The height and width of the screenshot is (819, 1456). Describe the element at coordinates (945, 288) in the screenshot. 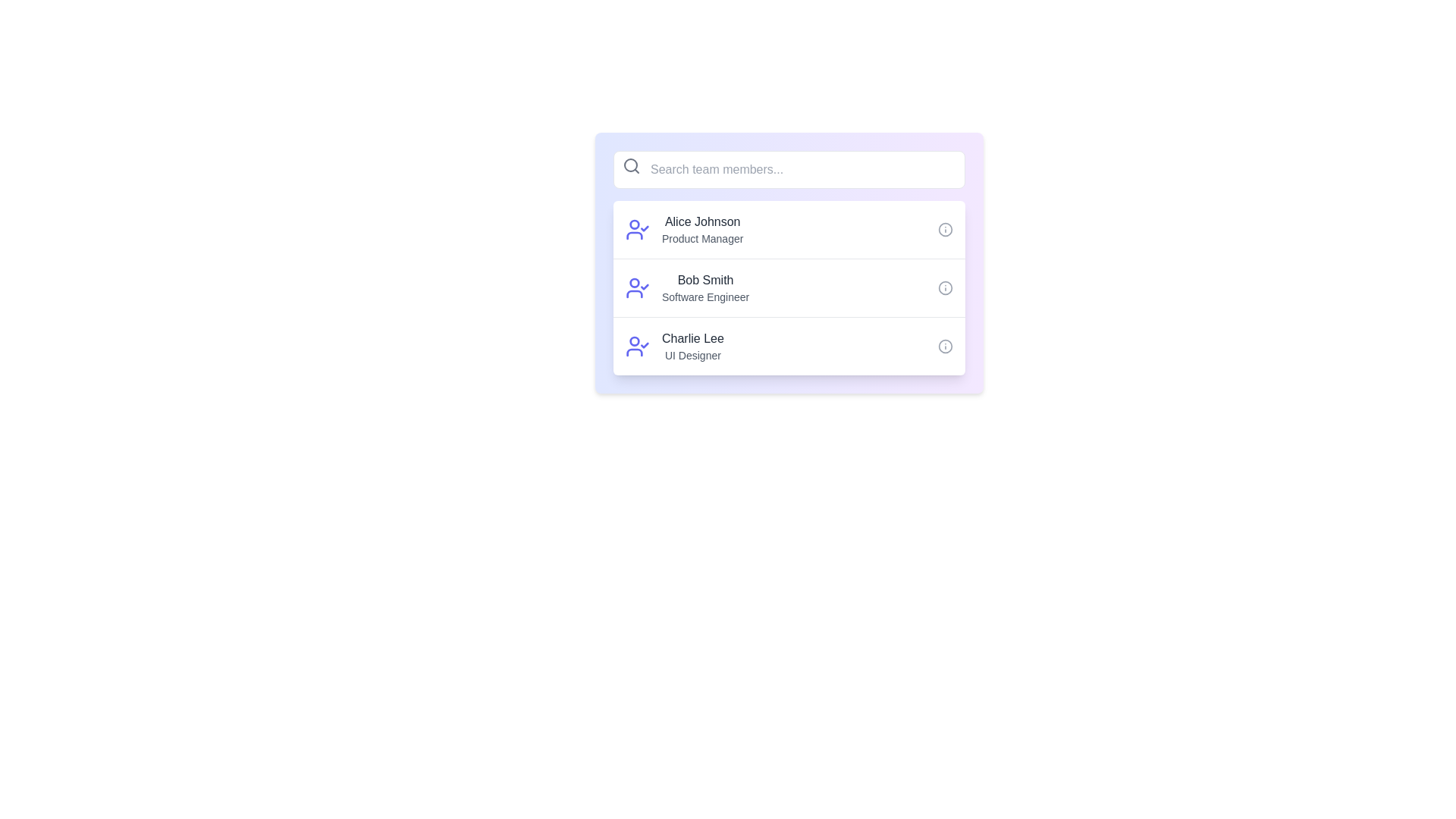

I see `the grey hollow circle icon associated with the 'info' indicator located in the row for 'Bob Smith, Software Engineer'` at that location.